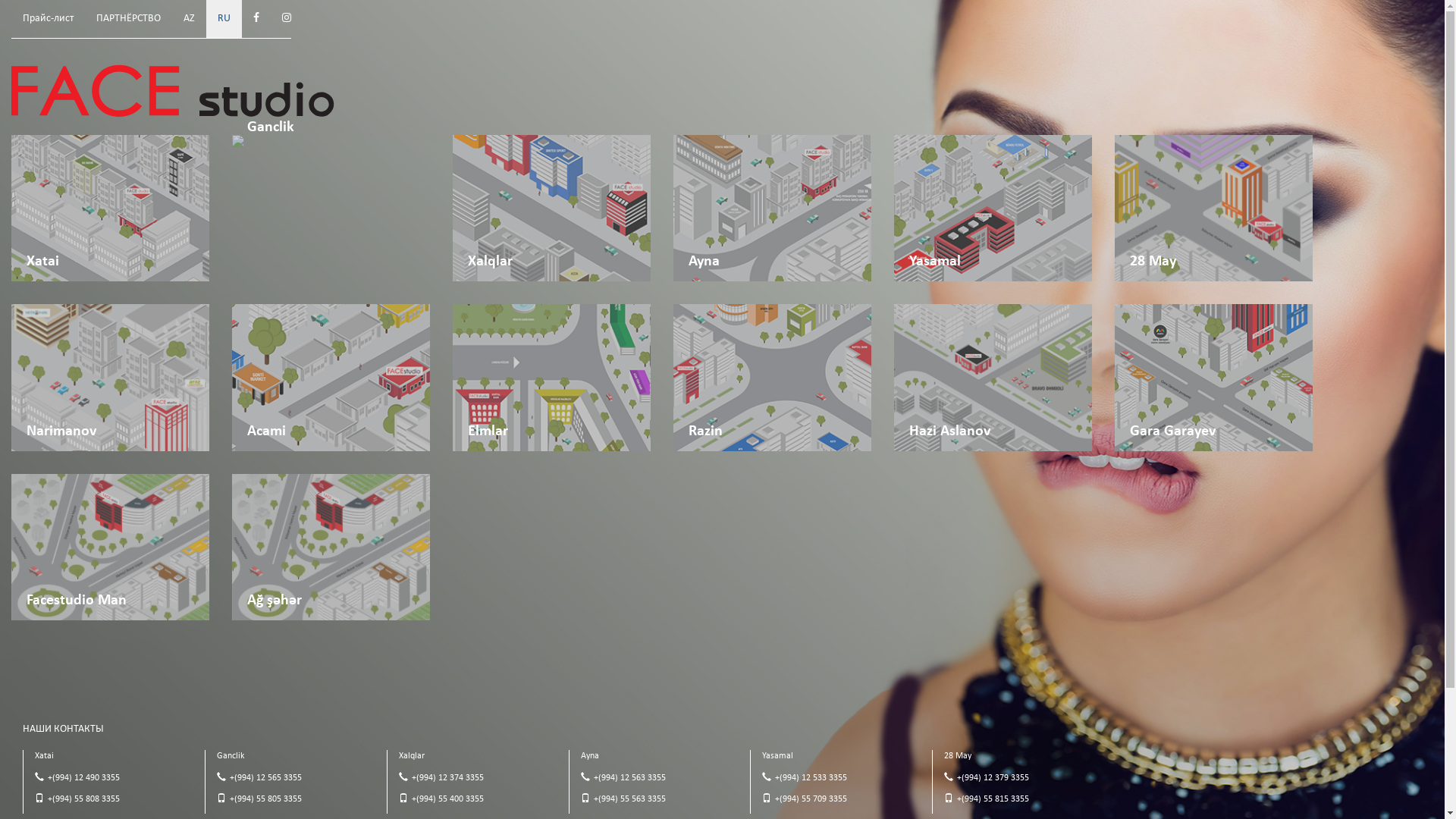  What do you see at coordinates (993, 376) in the screenshot?
I see `'Hazi Aslanov'` at bounding box center [993, 376].